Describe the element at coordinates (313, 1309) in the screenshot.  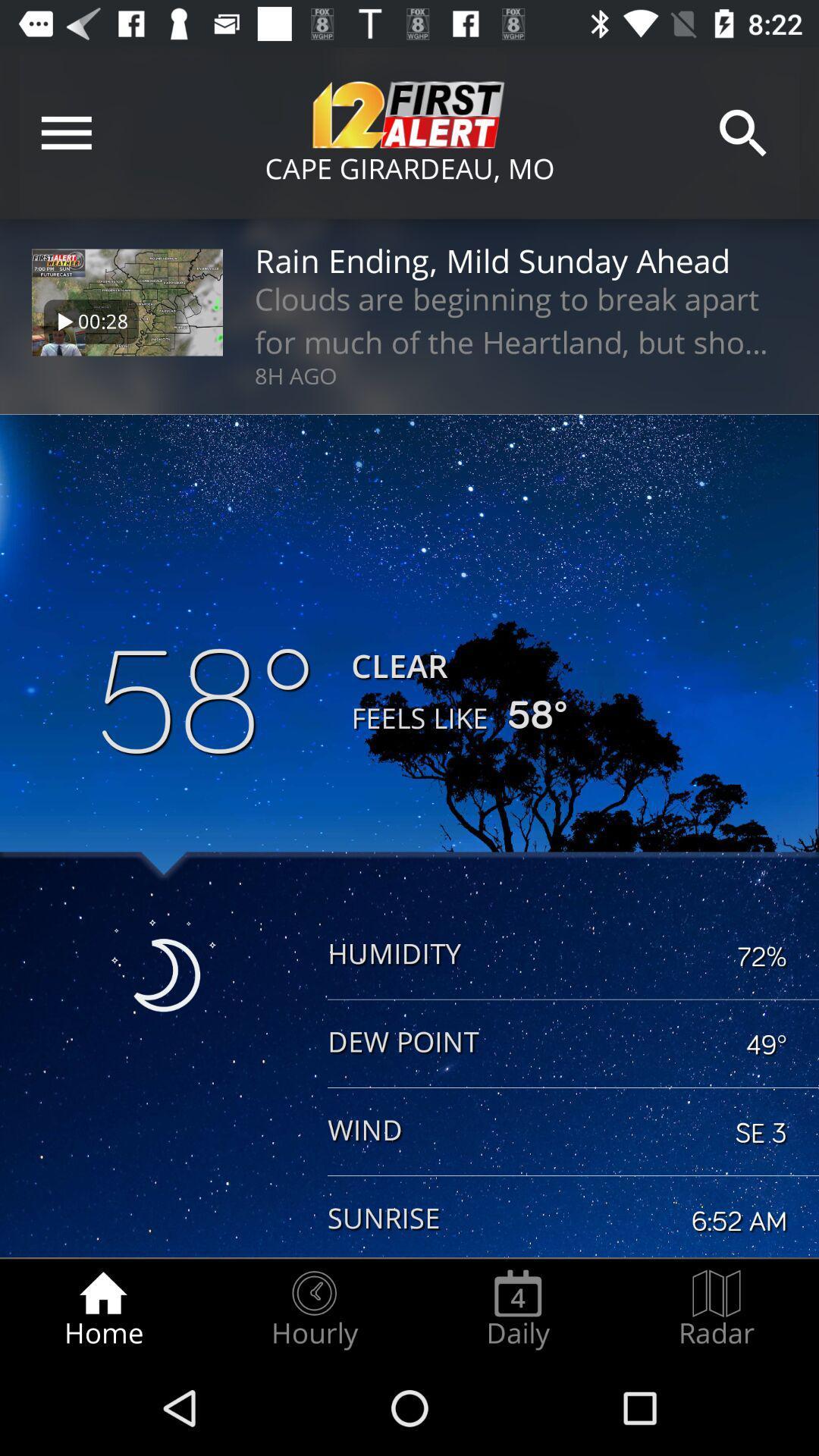
I see `icon to the left of the daily` at that location.